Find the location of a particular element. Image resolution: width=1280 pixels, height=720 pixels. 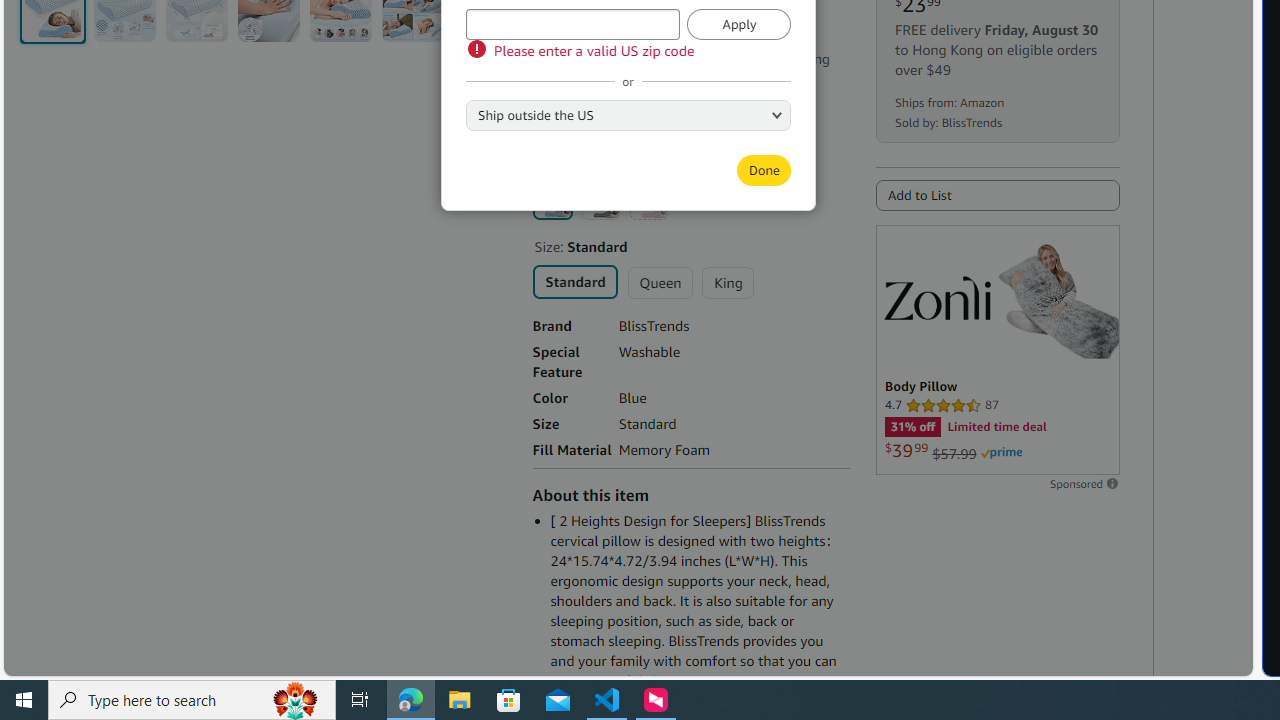

'King' is located at coordinates (726, 282).